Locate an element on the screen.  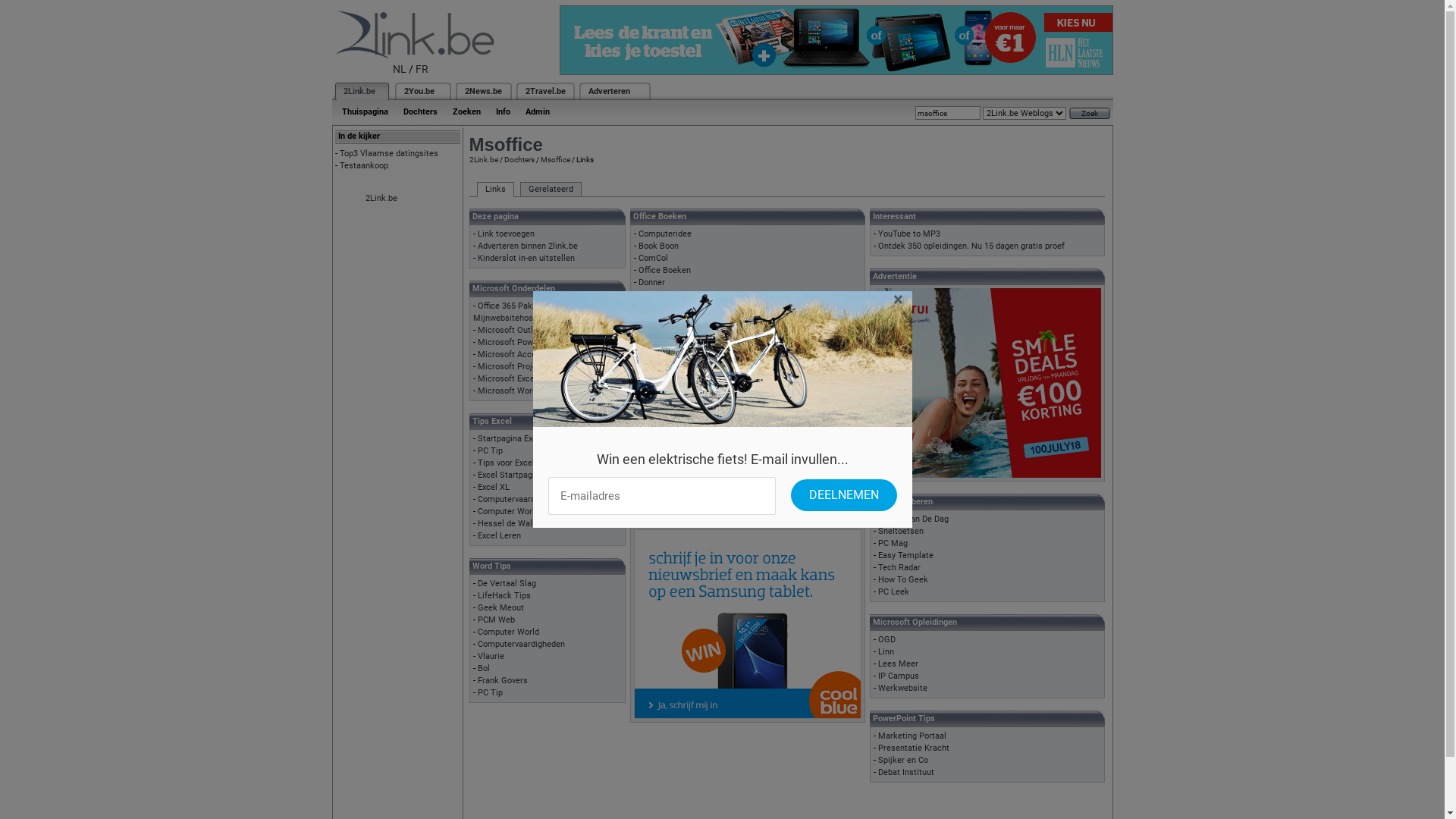
'IP Campus' is located at coordinates (899, 675).